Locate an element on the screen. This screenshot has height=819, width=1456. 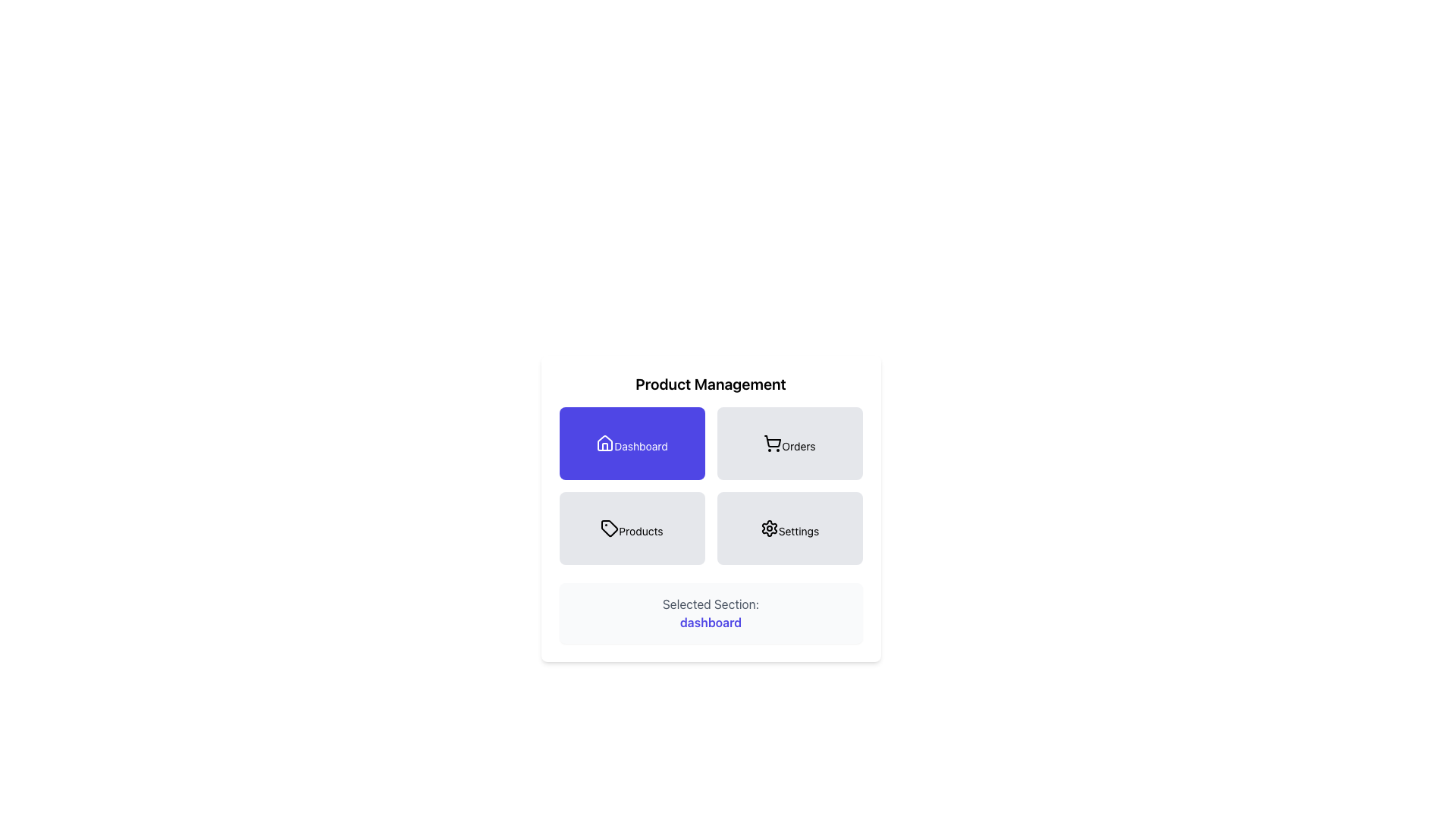
the 'Orders' button located in the upper-right quadrant of the interface, which highlights the corresponding section upon interaction is located at coordinates (789, 444).